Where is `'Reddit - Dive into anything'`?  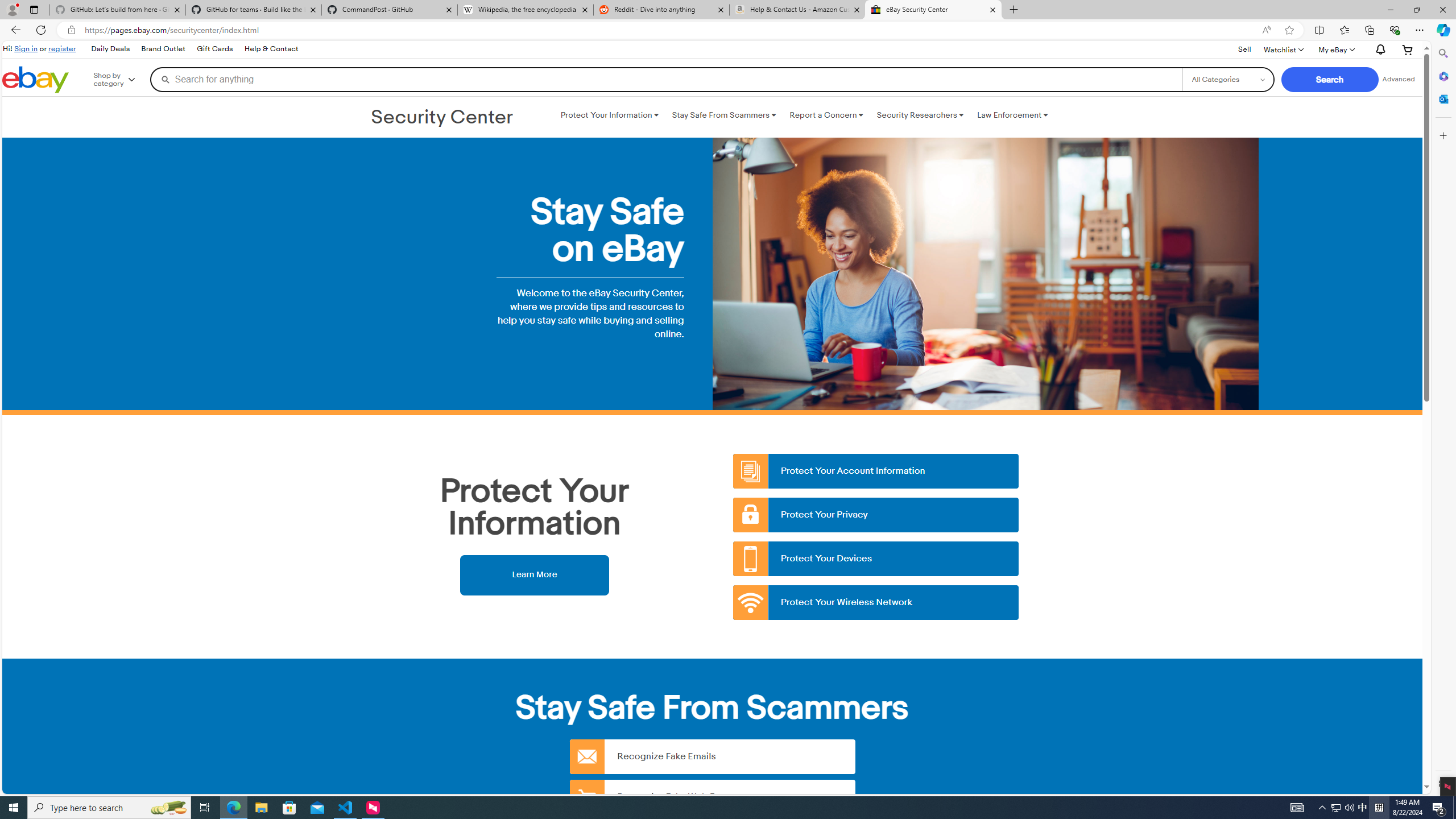
'Reddit - Dive into anything' is located at coordinates (660, 9).